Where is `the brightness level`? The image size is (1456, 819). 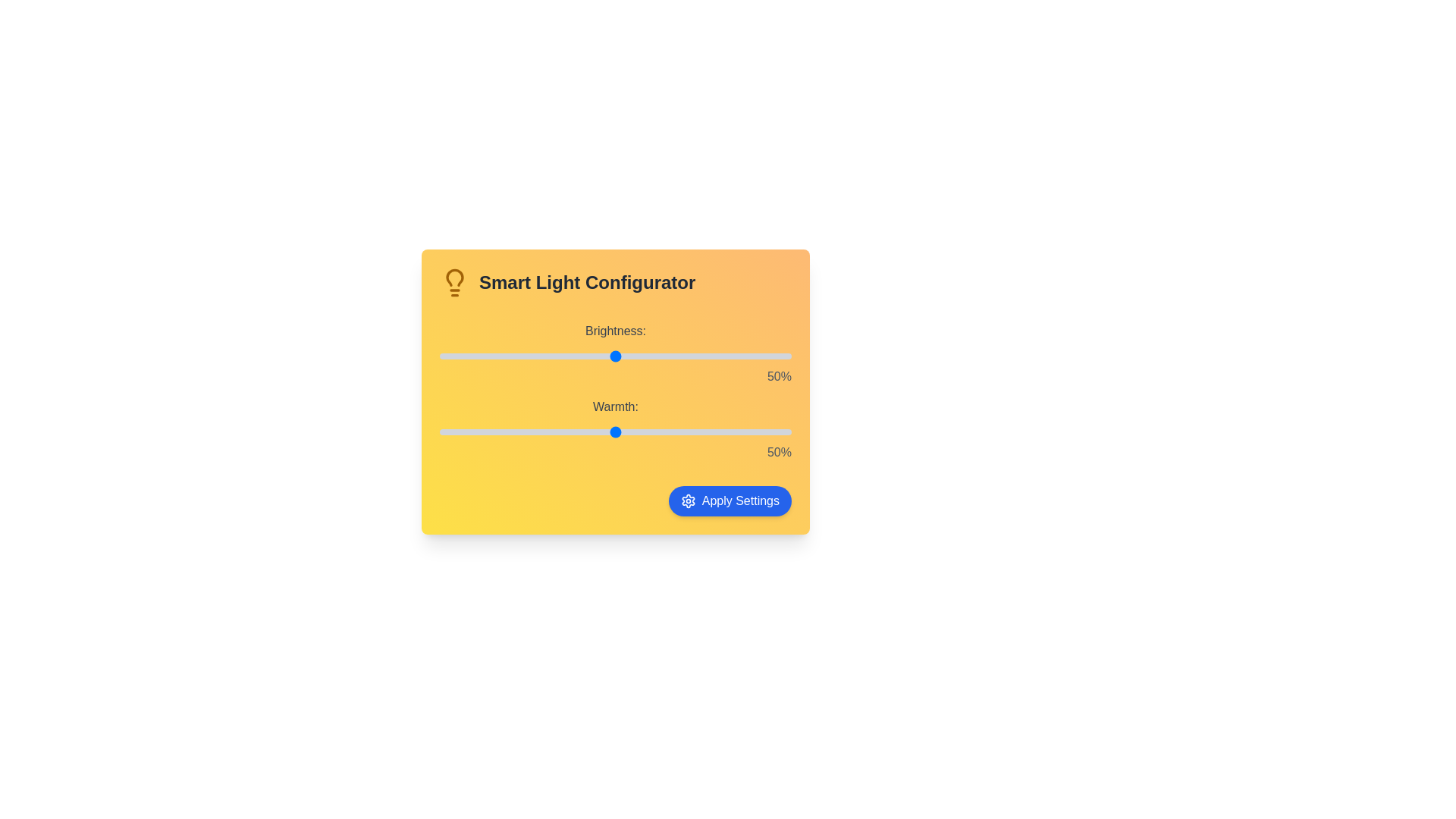 the brightness level is located at coordinates (558, 356).